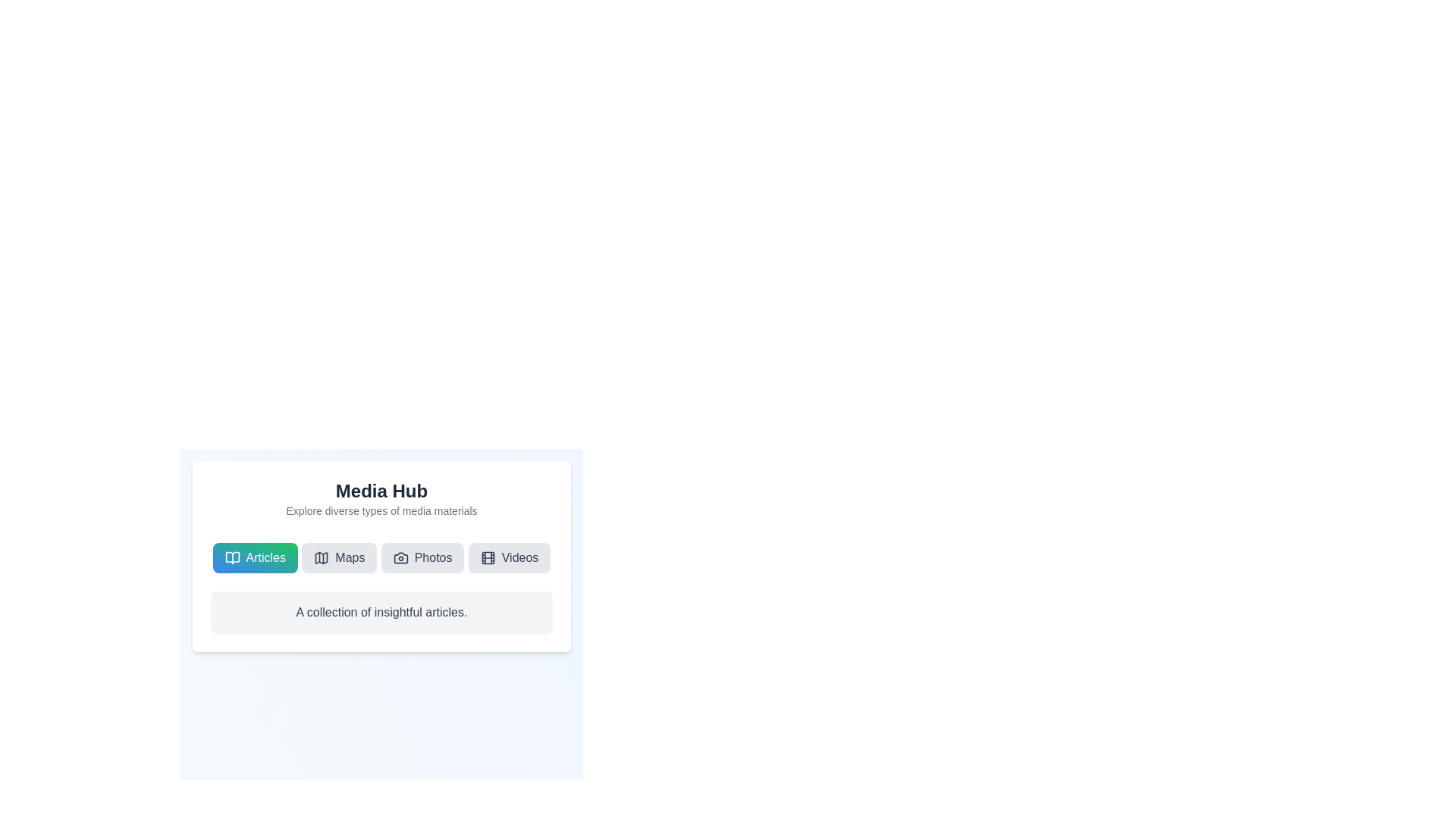  Describe the element at coordinates (488, 558) in the screenshot. I see `the film icon from the 'lucide' library, which is the leftmost component inside the 'Videos' button in the Media Hub section` at that location.